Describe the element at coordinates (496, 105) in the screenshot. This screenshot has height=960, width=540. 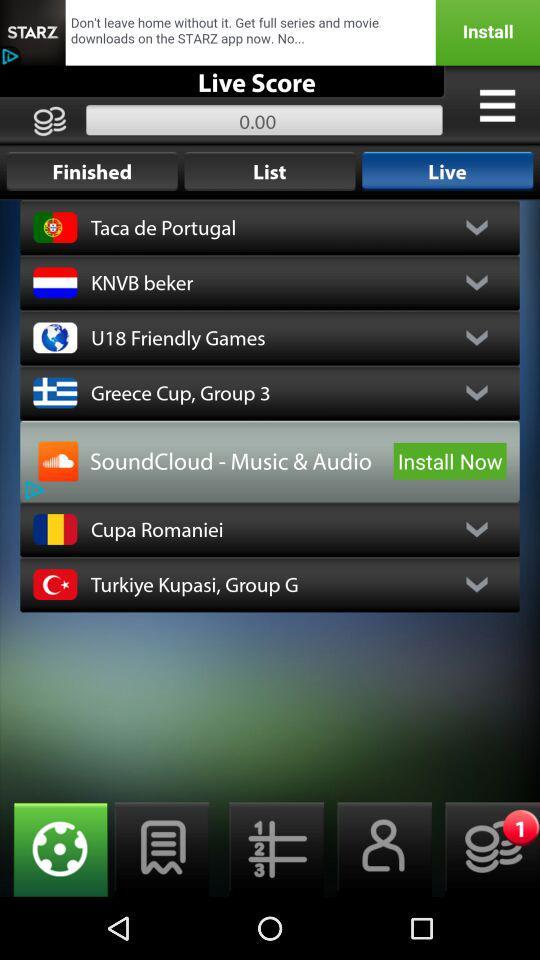
I see `settings icon` at that location.